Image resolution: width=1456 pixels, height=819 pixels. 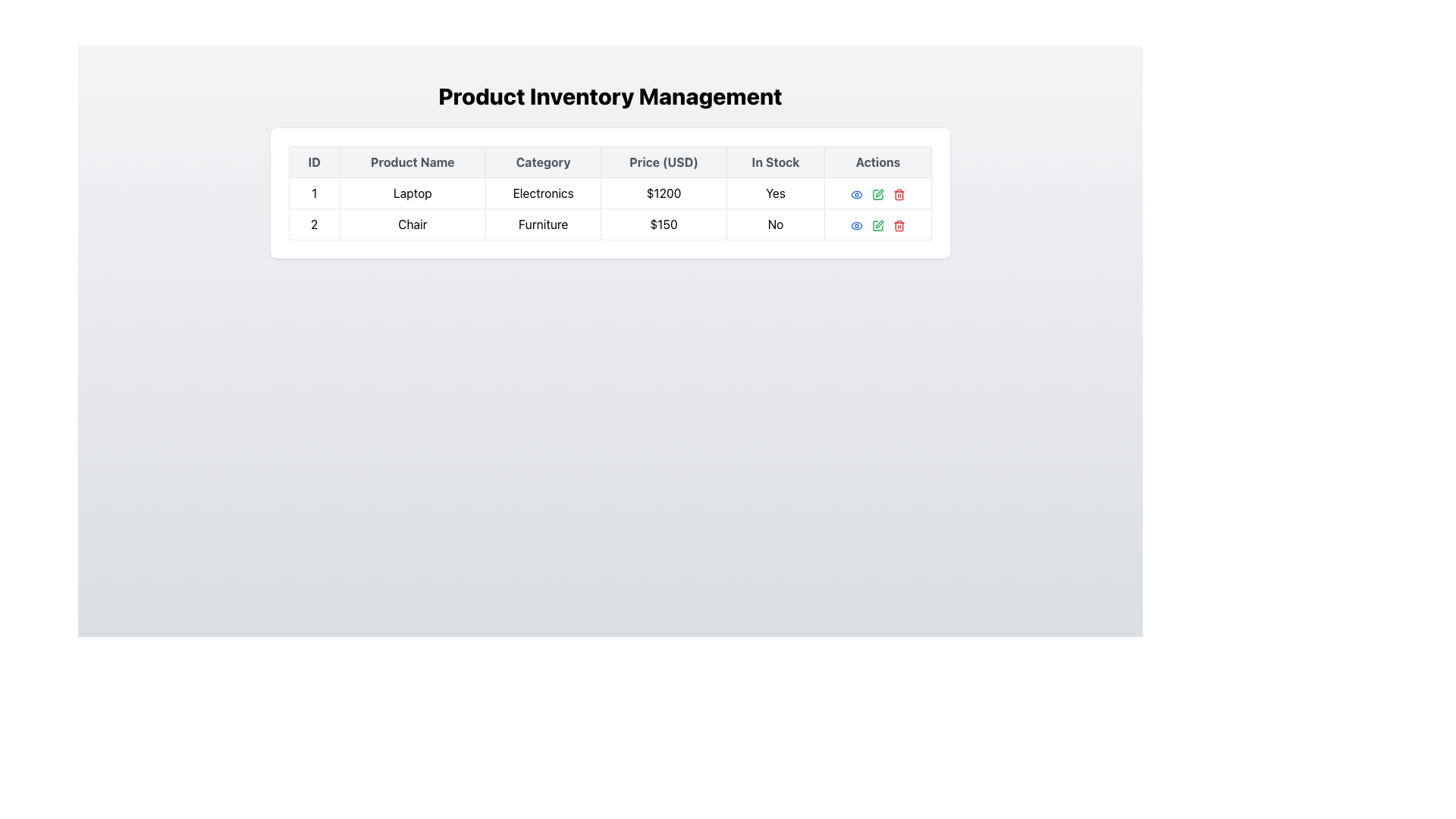 What do you see at coordinates (543, 162) in the screenshot?
I see `the header label that describes the Category column, which is the third entry in the header row of the table, located between 'Product Name' and 'Price (USD)'` at bounding box center [543, 162].